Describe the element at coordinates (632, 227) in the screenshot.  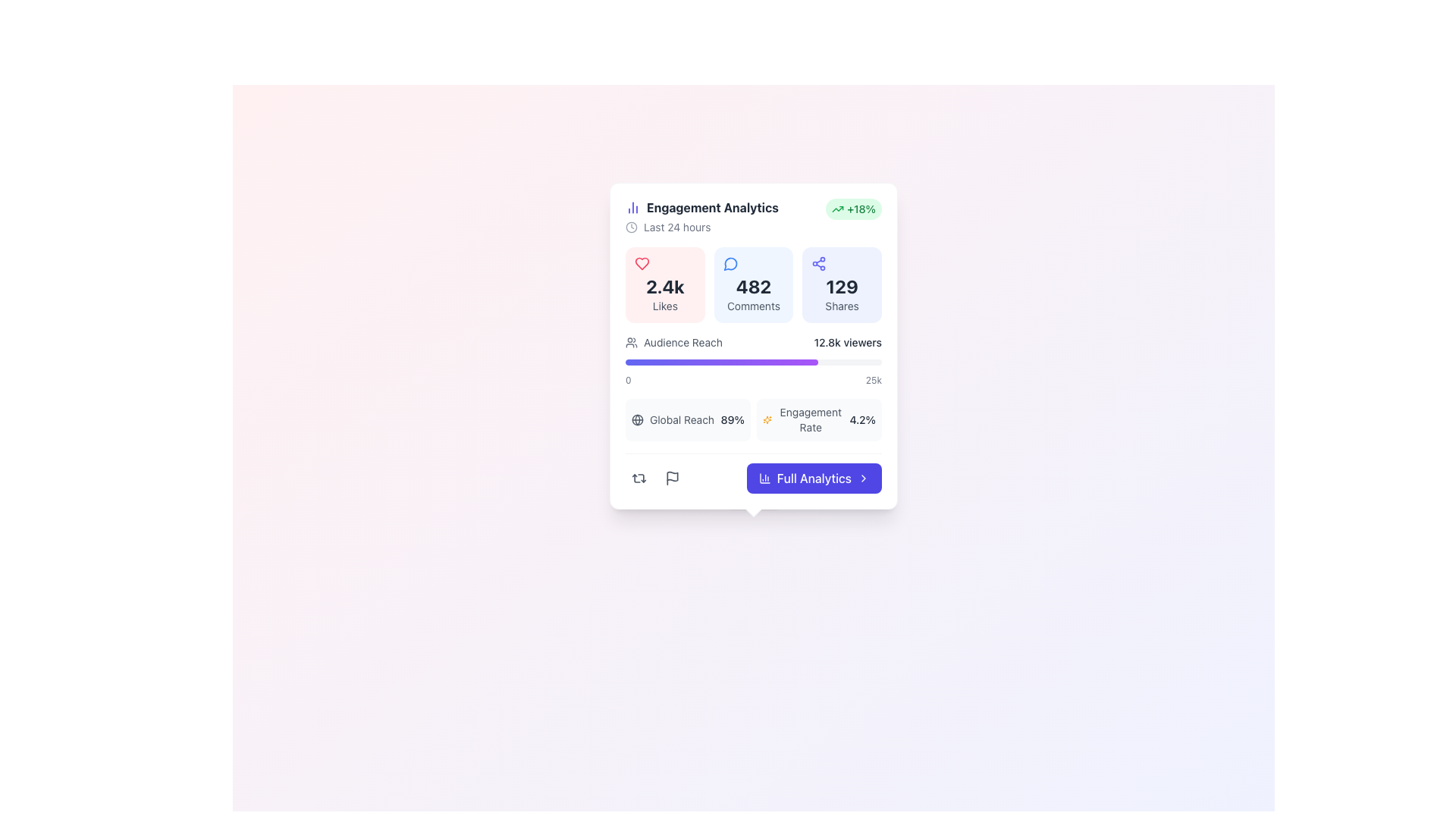
I see `the circular outline within the clock icon located in the top-left corner of the card box labeled 'Engagement Analytics', next to the text 'Last 24 hours'` at that location.